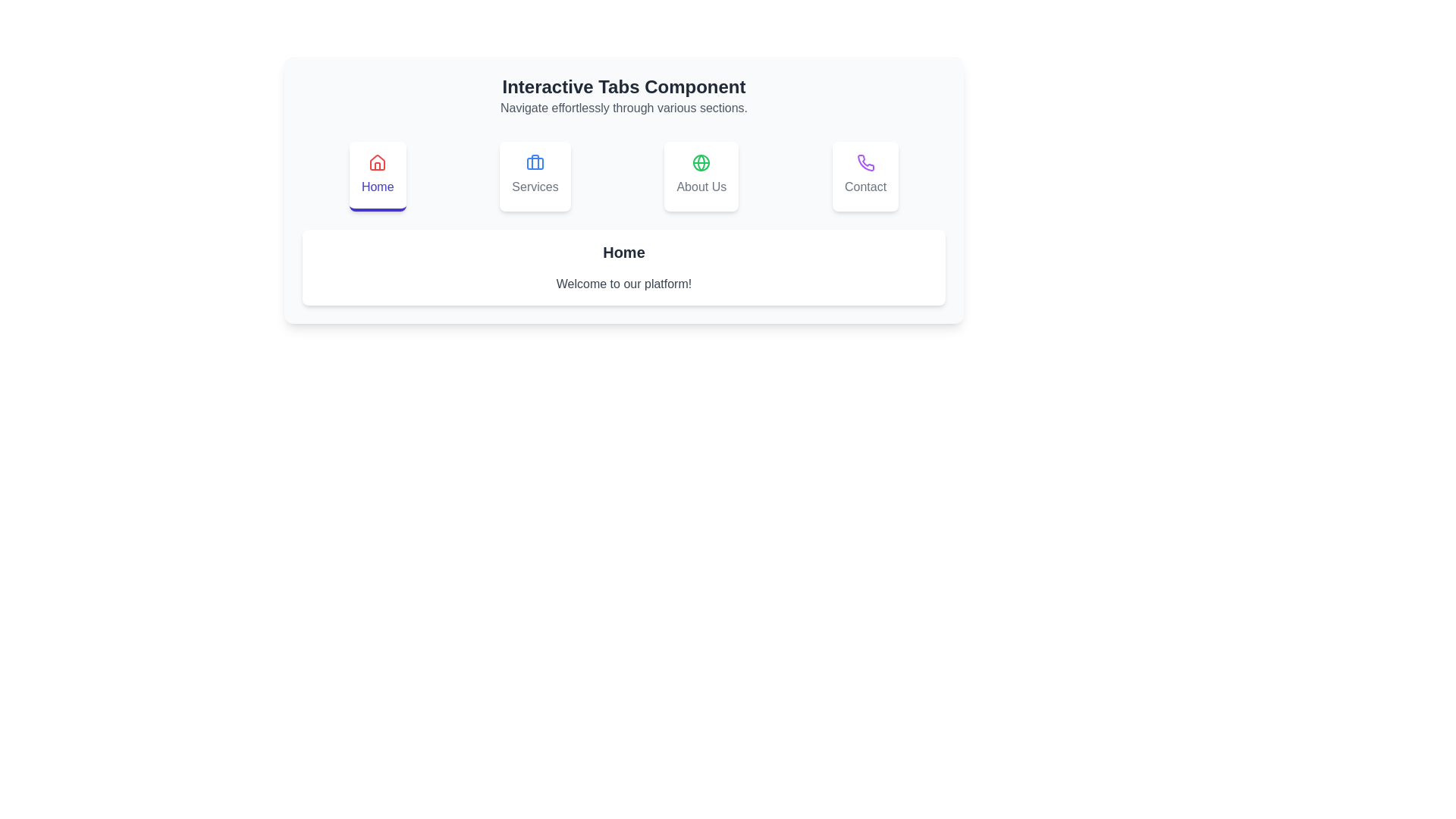 The image size is (1456, 819). Describe the element at coordinates (535, 175) in the screenshot. I see `the Services tab icon` at that location.